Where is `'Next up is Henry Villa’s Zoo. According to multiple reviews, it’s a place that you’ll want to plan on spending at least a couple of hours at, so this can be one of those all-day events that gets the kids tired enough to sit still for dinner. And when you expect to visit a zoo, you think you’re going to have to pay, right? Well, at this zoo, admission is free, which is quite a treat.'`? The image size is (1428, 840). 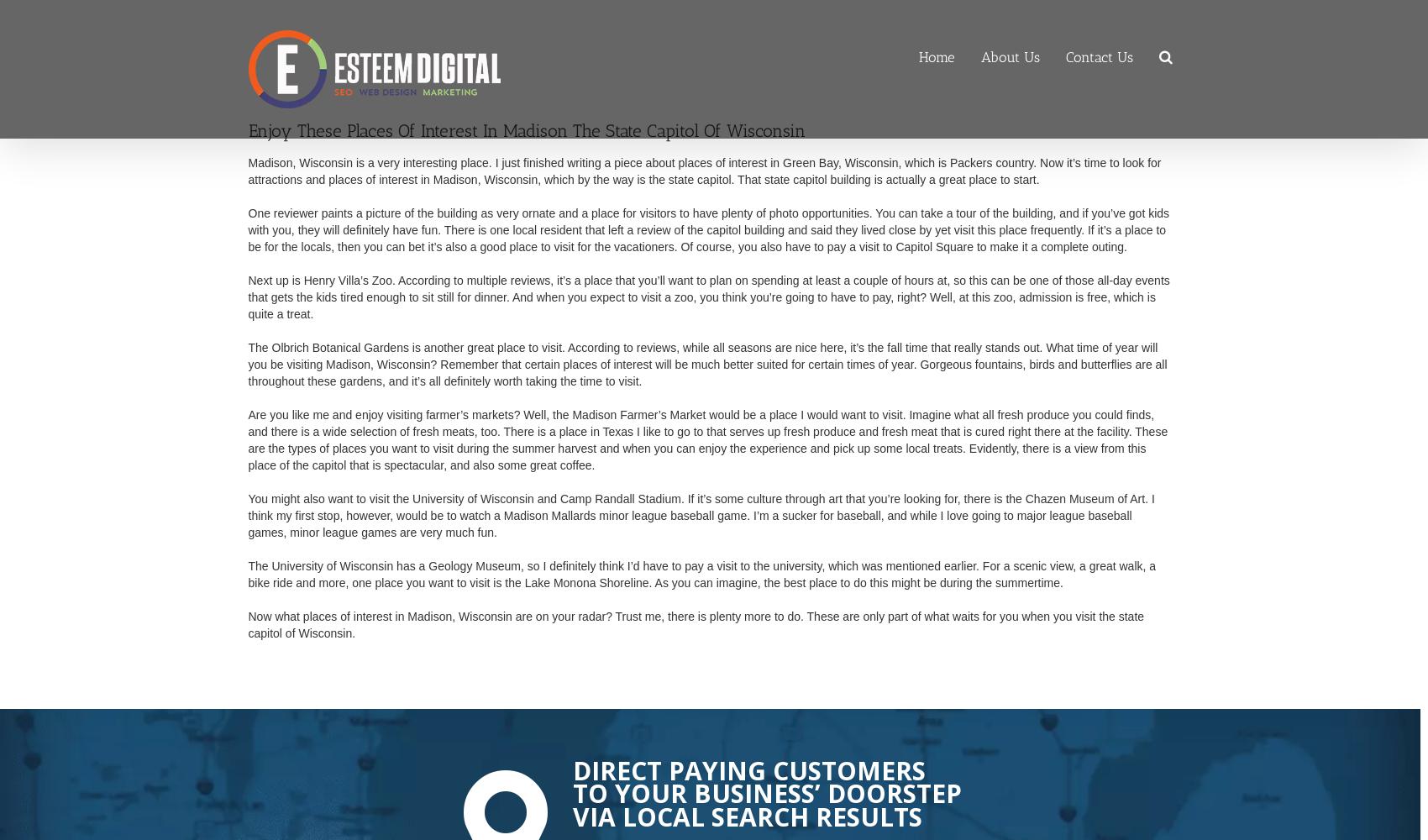
'Next up is Henry Villa’s Zoo. According to multiple reviews, it’s a place that you’ll want to plan on spending at least a couple of hours at, so this can be one of those all-day events that gets the kids tired enough to sit still for dinner. And when you expect to visit a zoo, you think you’re going to have to pay, right? Well, at this zoo, admission is free, which is quite a treat.' is located at coordinates (707, 296).